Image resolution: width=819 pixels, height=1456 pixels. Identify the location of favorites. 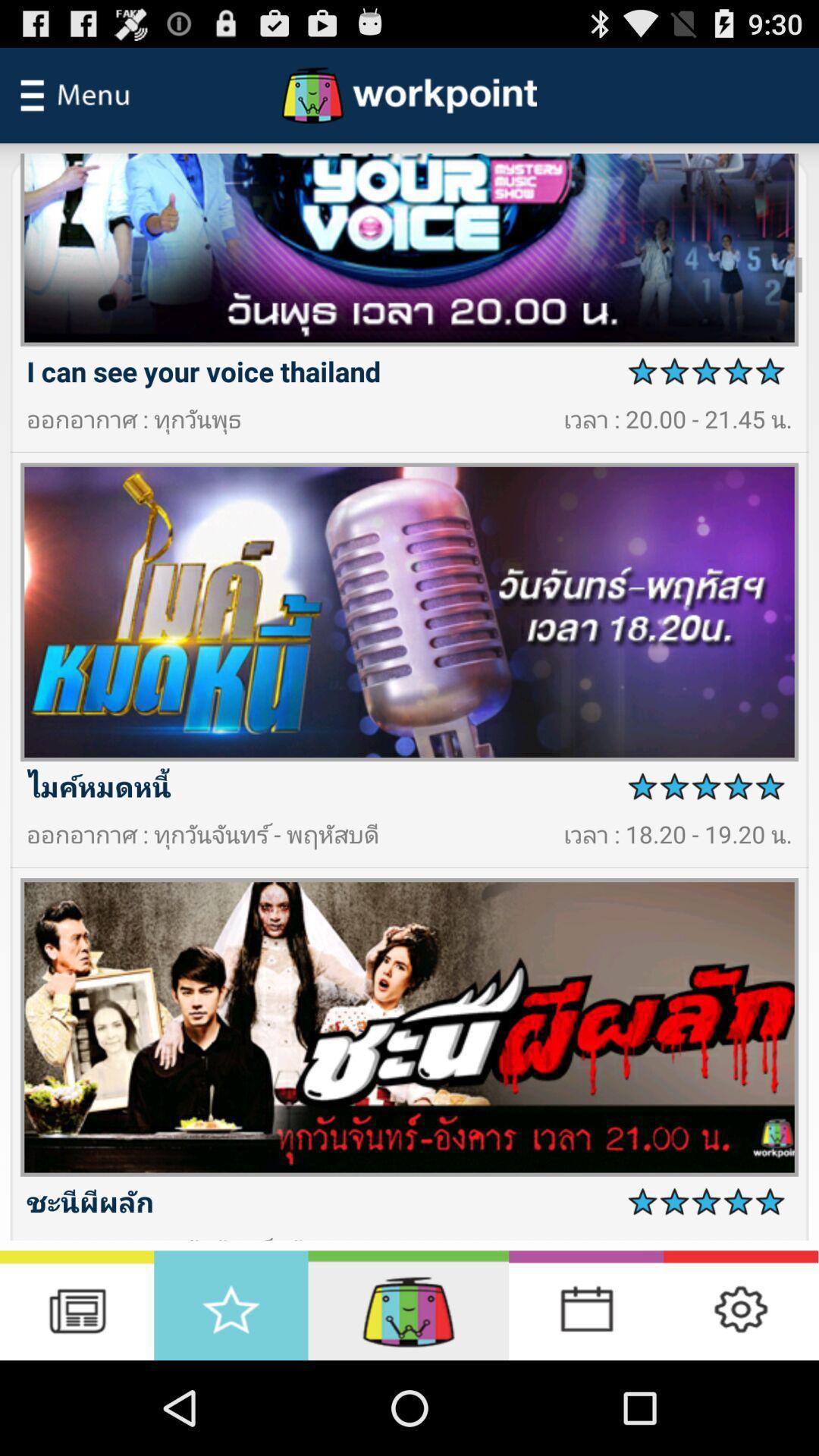
(231, 1304).